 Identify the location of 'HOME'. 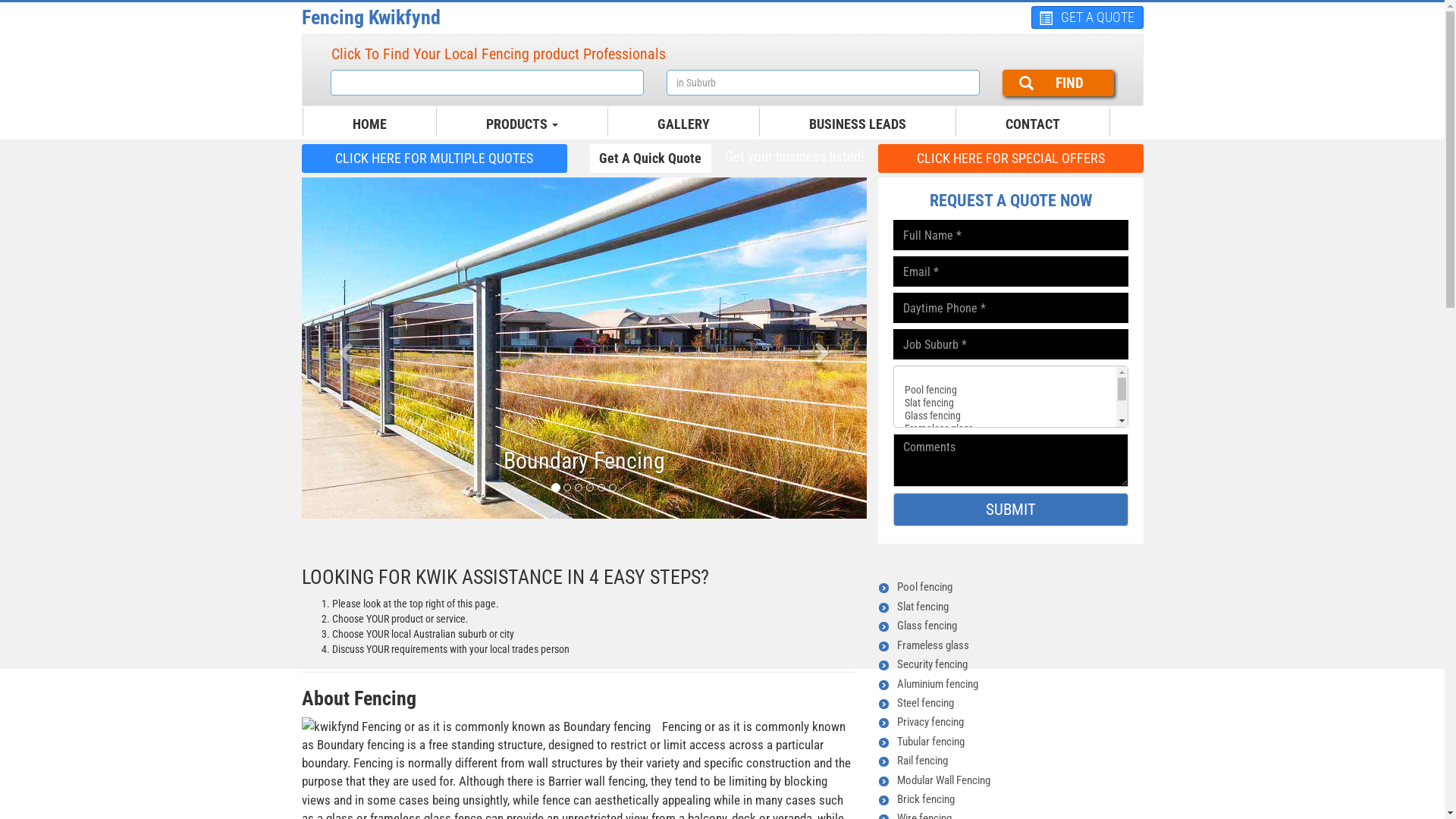
(340, 124).